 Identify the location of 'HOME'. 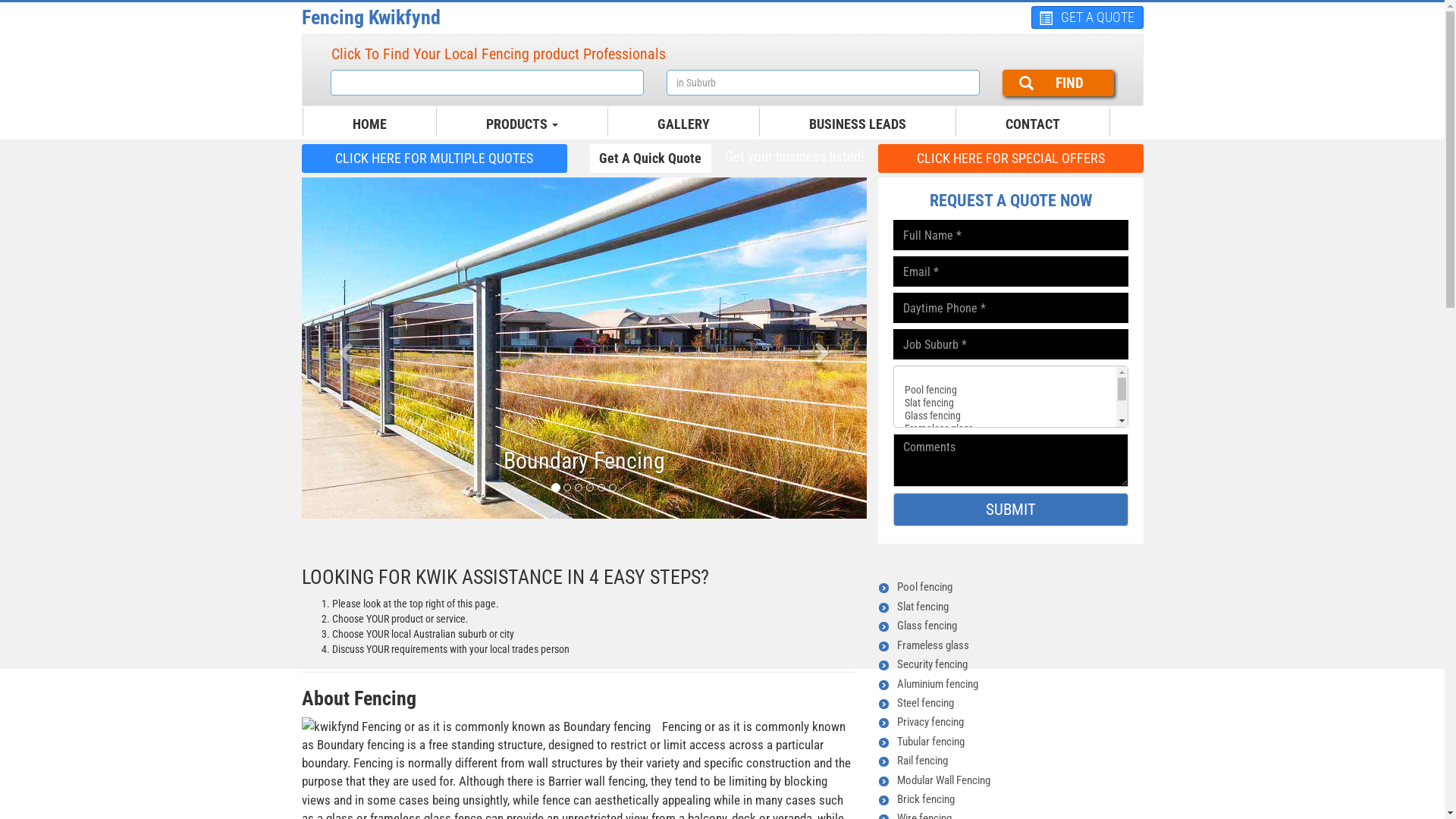
(340, 124).